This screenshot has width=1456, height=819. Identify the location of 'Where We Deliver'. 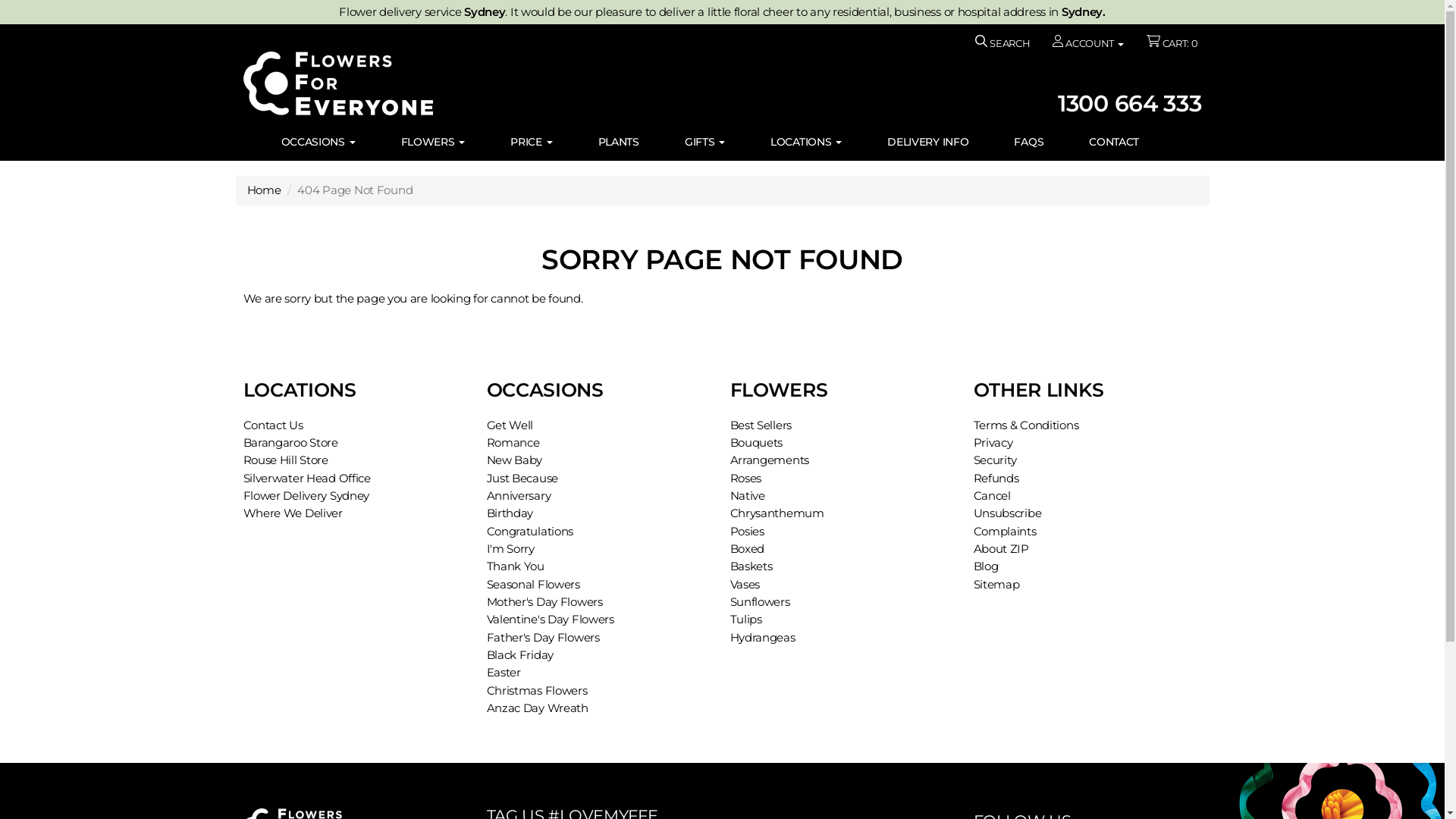
(292, 513).